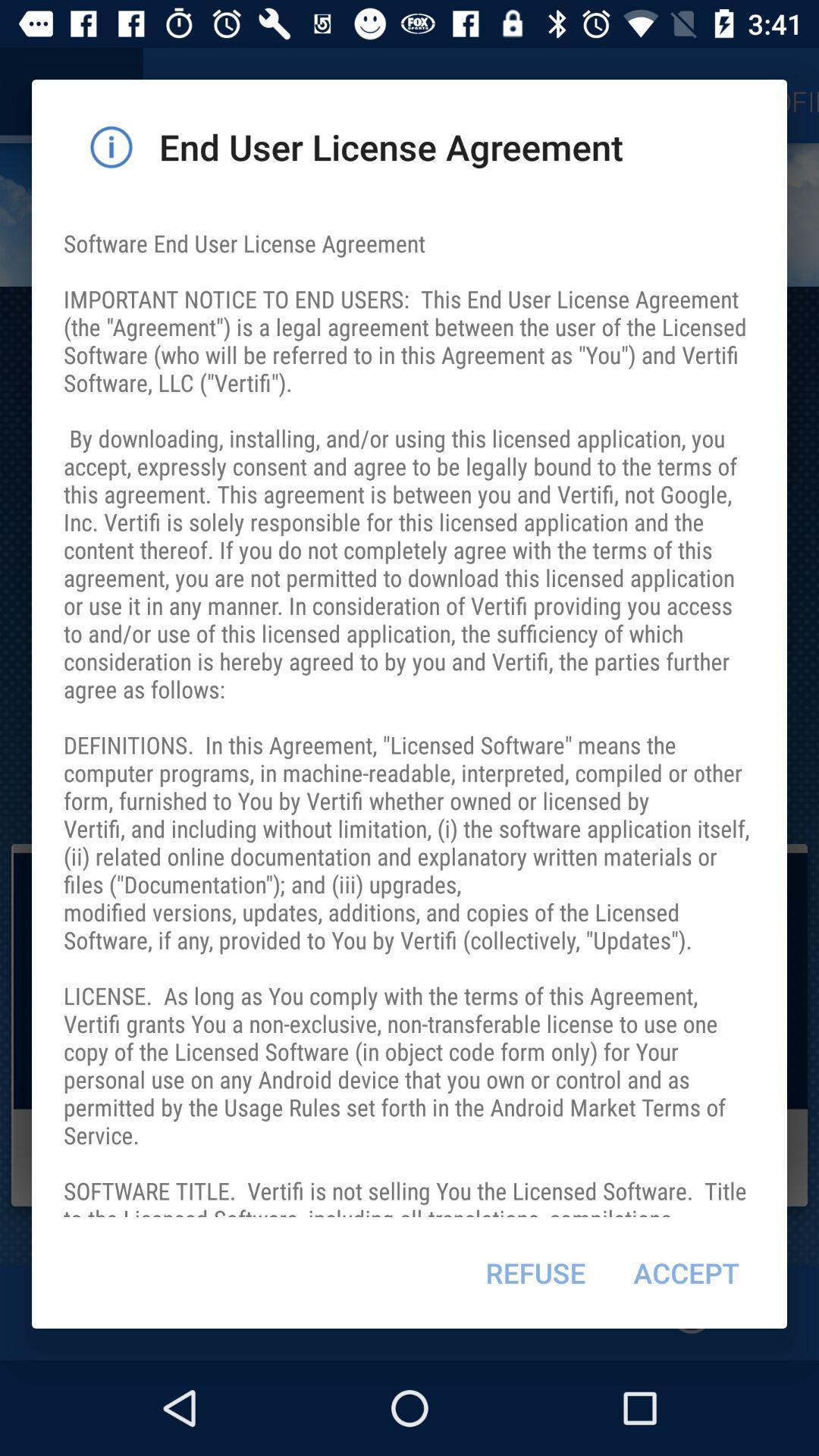 This screenshot has height=1456, width=819. What do you see at coordinates (535, 1272) in the screenshot?
I see `refuse` at bounding box center [535, 1272].